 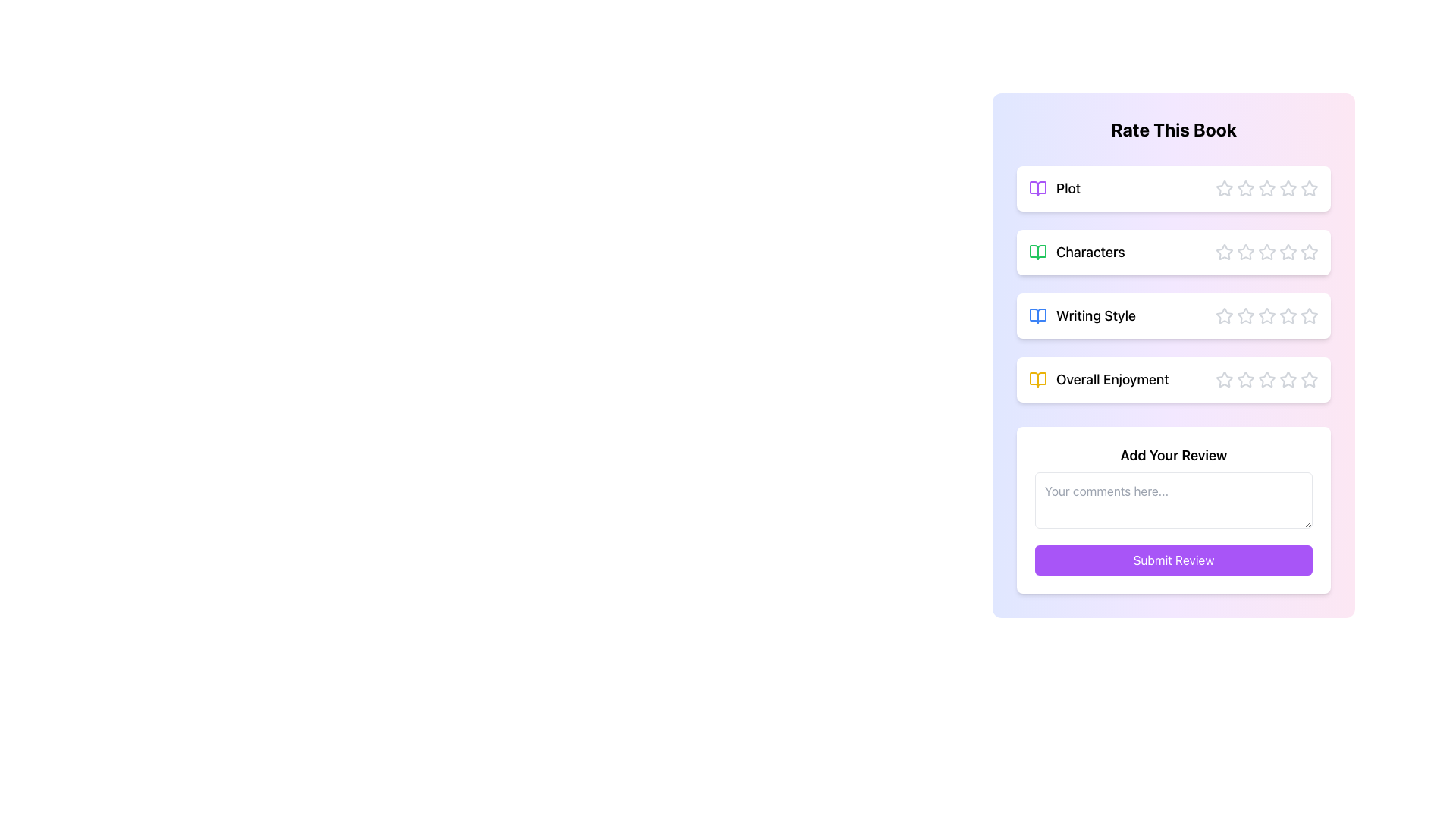 I want to click on the last star icon in the 'Plot' rating section, so click(x=1308, y=187).